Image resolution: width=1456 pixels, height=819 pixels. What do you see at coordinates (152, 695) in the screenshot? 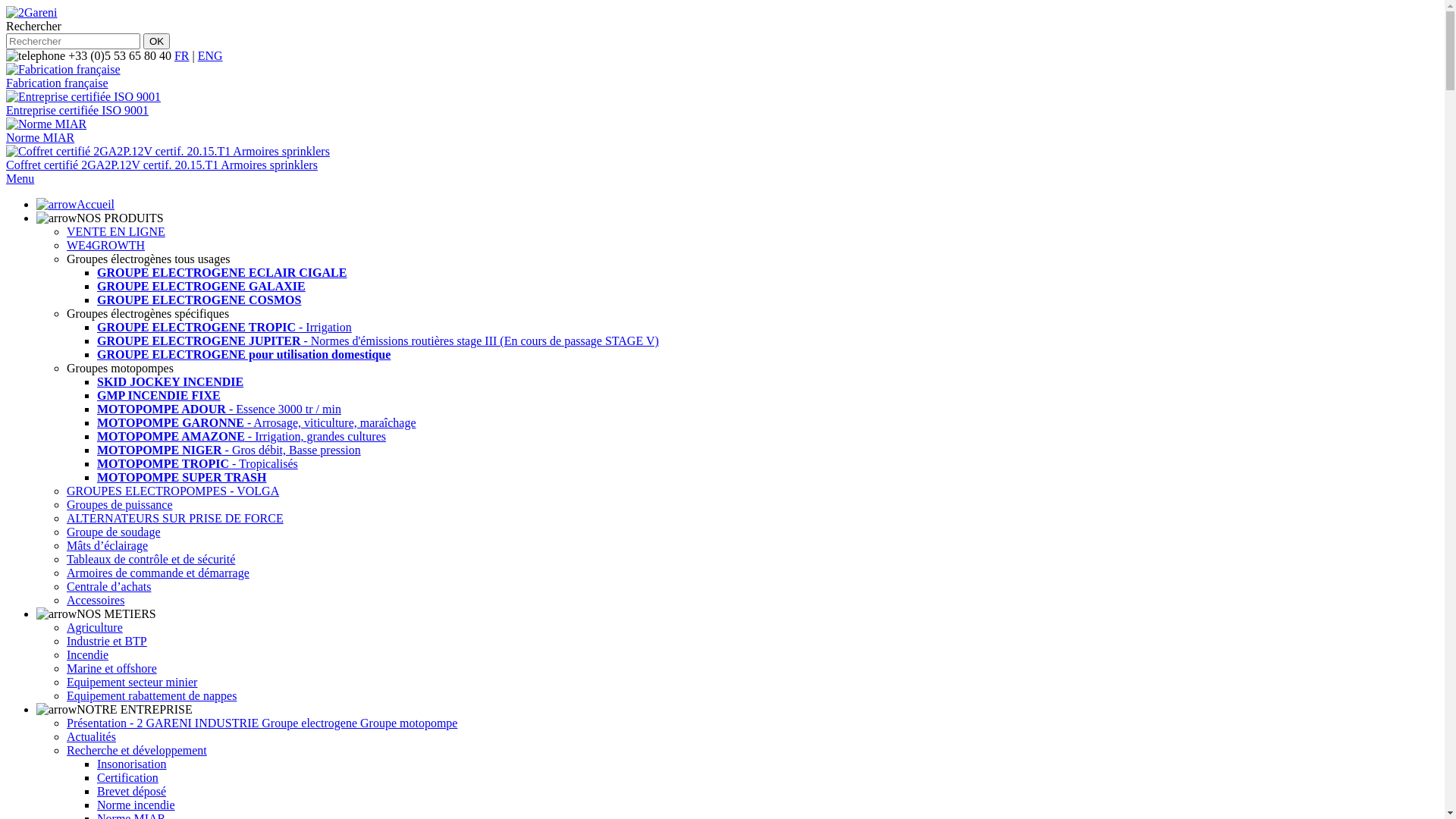
I see `'Equipement rabattement de nappes'` at bounding box center [152, 695].